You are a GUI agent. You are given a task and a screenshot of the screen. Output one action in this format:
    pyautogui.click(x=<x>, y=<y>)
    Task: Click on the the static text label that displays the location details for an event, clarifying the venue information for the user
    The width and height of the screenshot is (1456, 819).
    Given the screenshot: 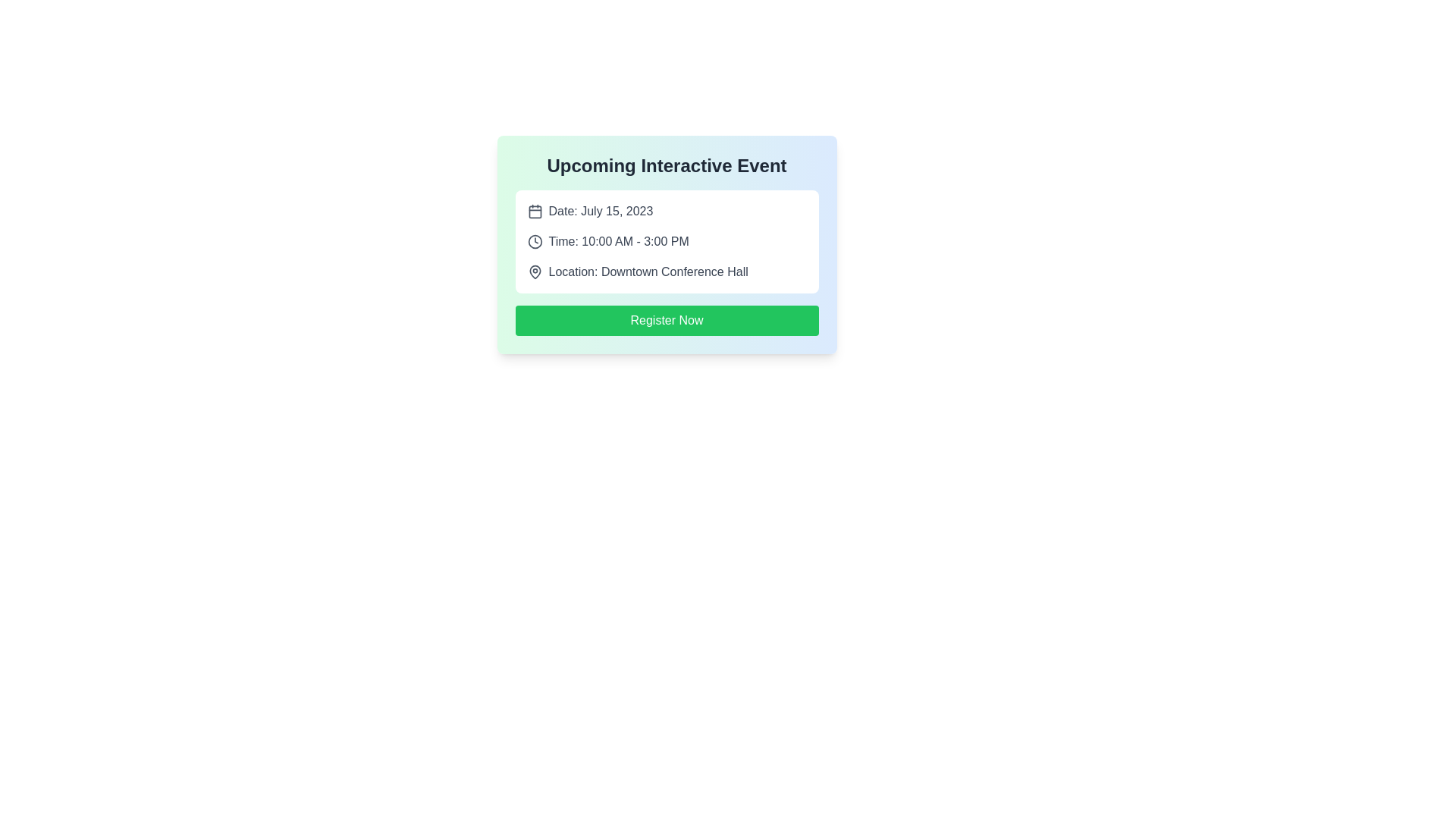 What is the action you would take?
    pyautogui.click(x=648, y=271)
    